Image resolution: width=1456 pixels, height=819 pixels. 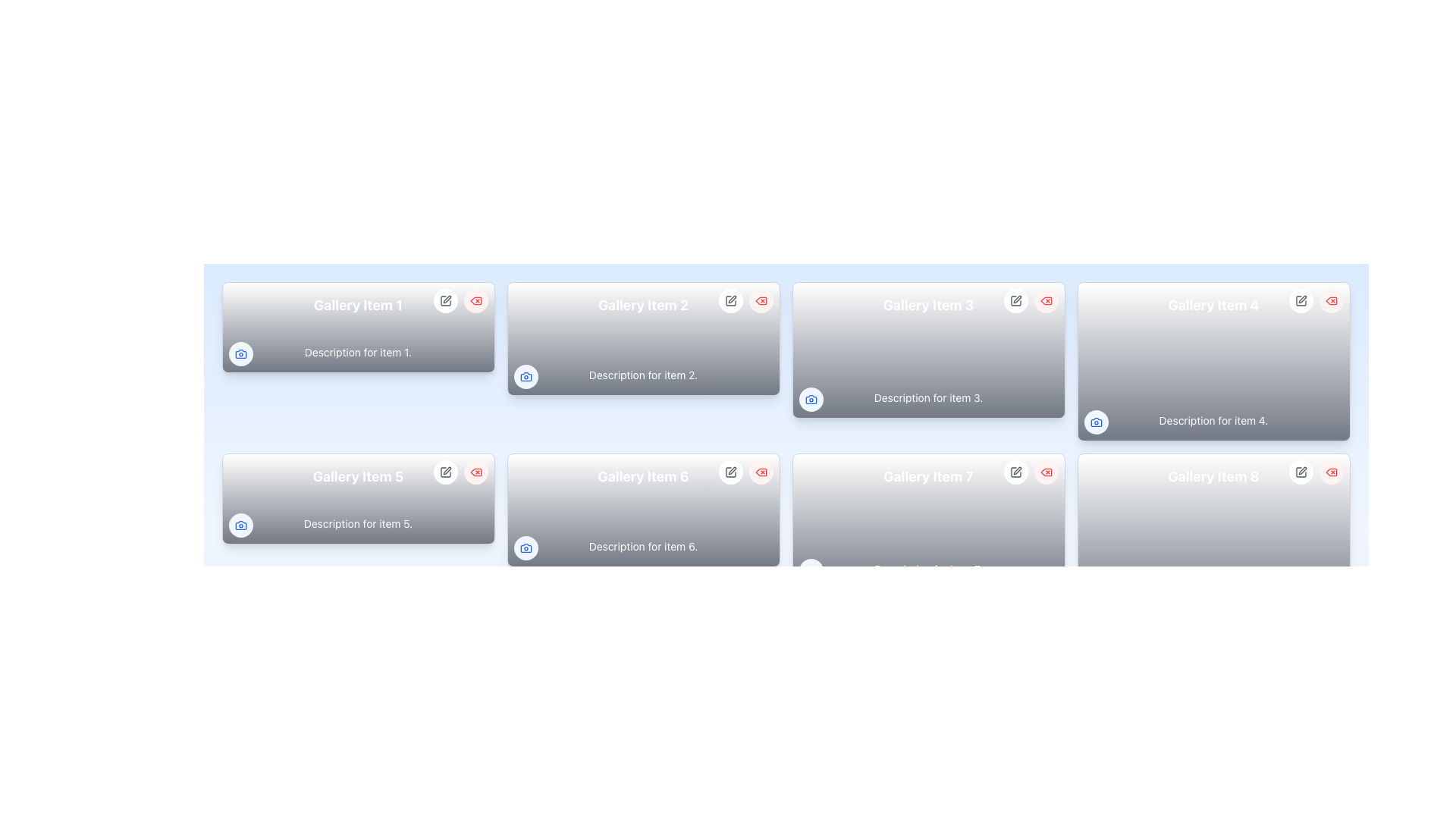 I want to click on the edit button located in the top-right corner of the eighth gallery item to initiate editing of the gallery item, so click(x=1300, y=472).